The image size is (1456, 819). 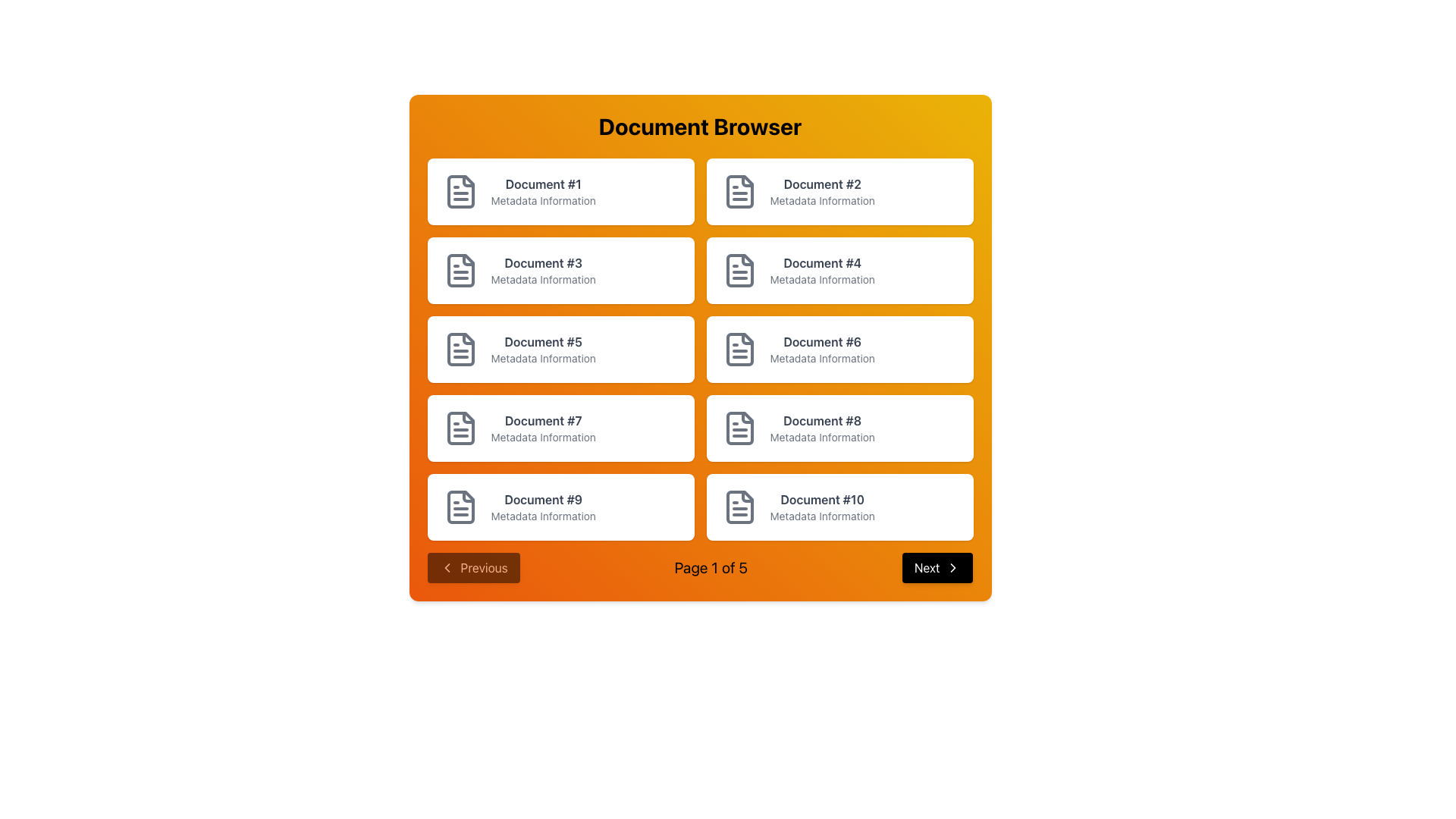 I want to click on the text label displaying 'Document #6' in the second column, third row of the grid layout in the document browser interface, so click(x=821, y=342).